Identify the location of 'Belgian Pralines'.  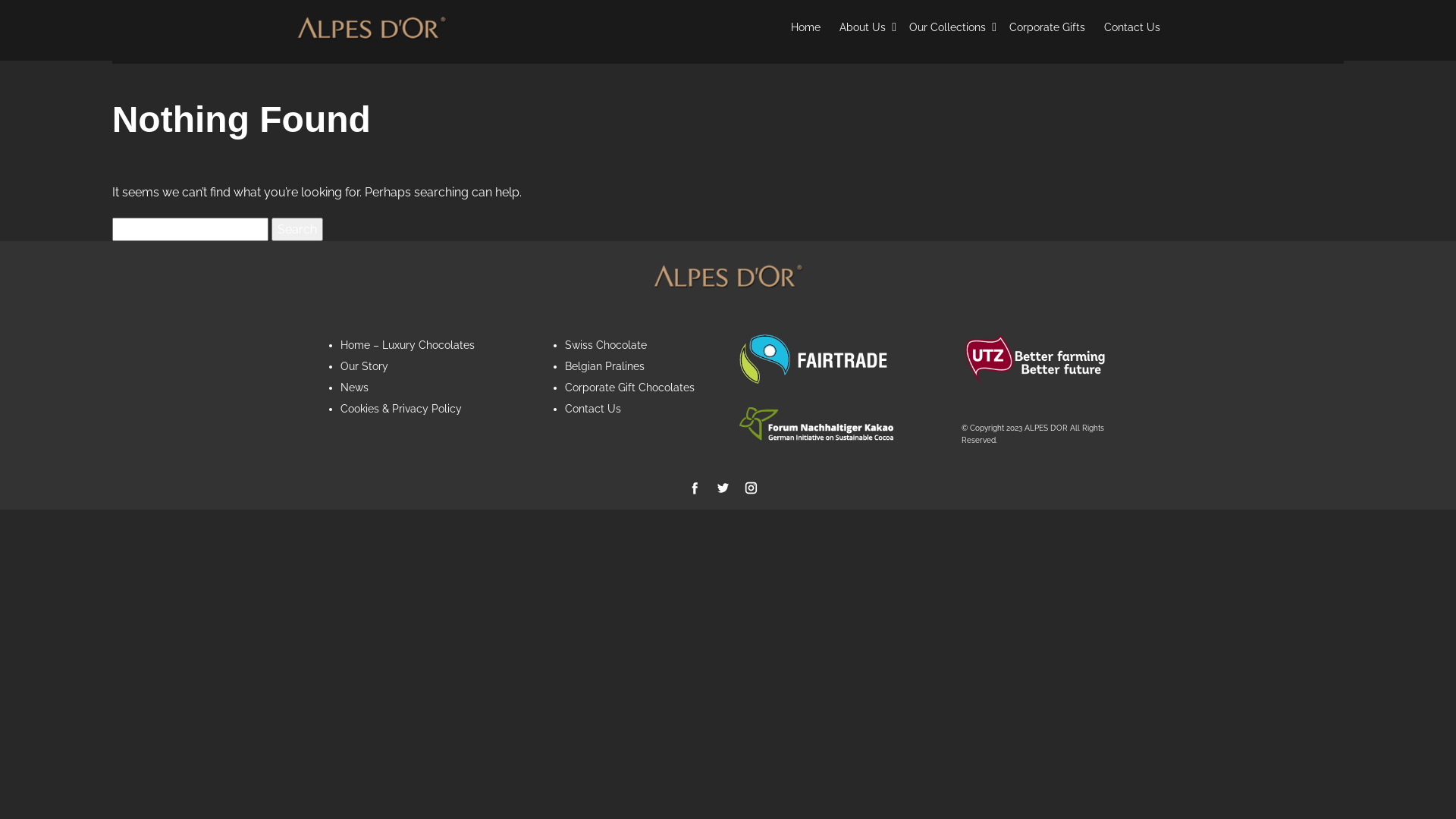
(603, 366).